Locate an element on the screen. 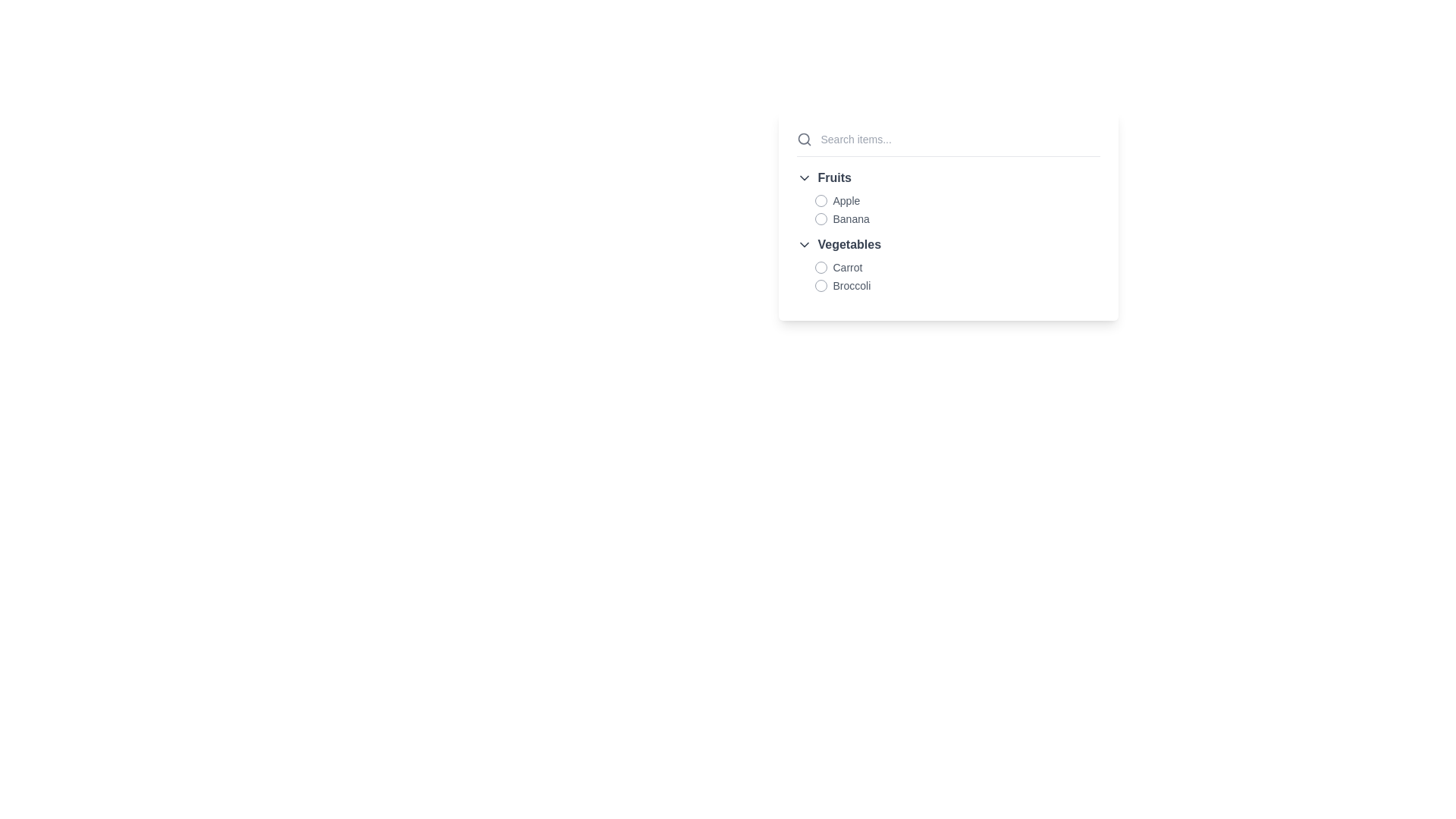 The width and height of the screenshot is (1456, 819). the radio button for the 'Banana' option in the 'Fruits' category is located at coordinates (820, 219).